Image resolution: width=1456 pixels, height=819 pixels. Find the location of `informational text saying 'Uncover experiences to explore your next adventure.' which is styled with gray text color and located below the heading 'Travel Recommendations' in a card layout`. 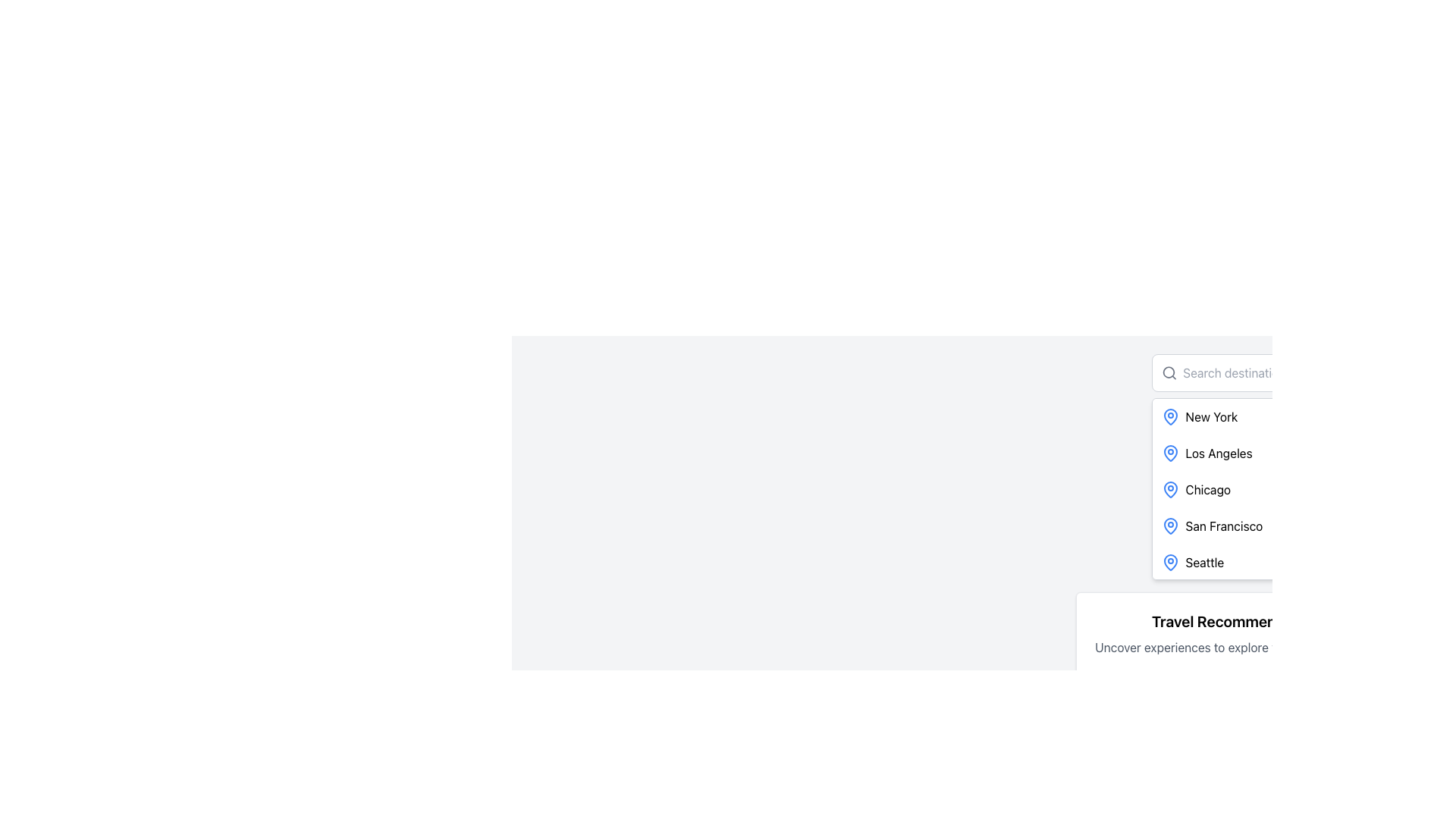

informational text saying 'Uncover experiences to explore your next adventure.' which is styled with gray text color and located below the heading 'Travel Recommendations' in a card layout is located at coordinates (1240, 647).